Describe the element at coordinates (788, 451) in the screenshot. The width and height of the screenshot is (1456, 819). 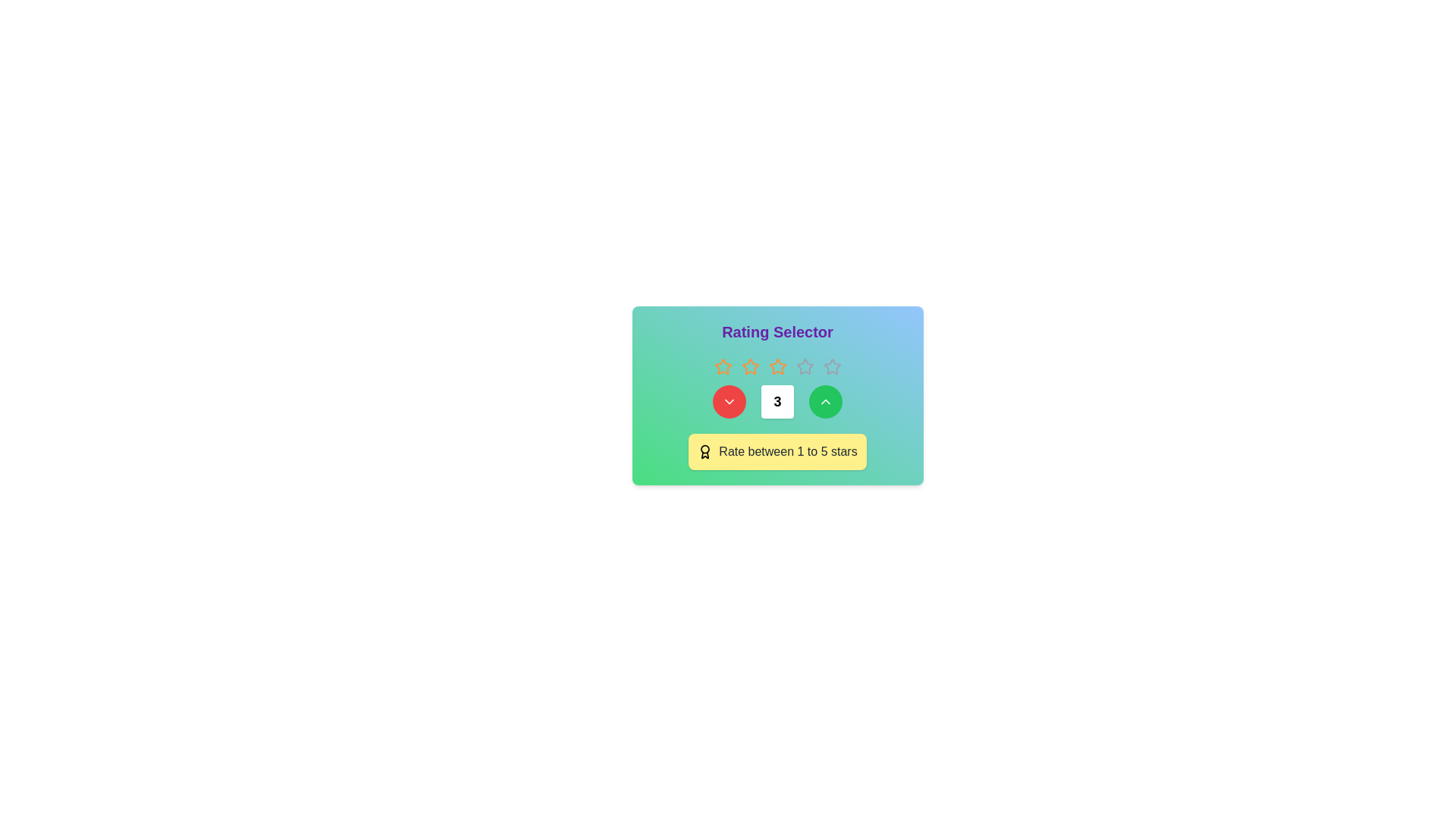
I see `the instructional text that says 'Rate between 1 to 5 stars.' which is displayed in a gray font on a yellow background at the bottom of the card interface` at that location.